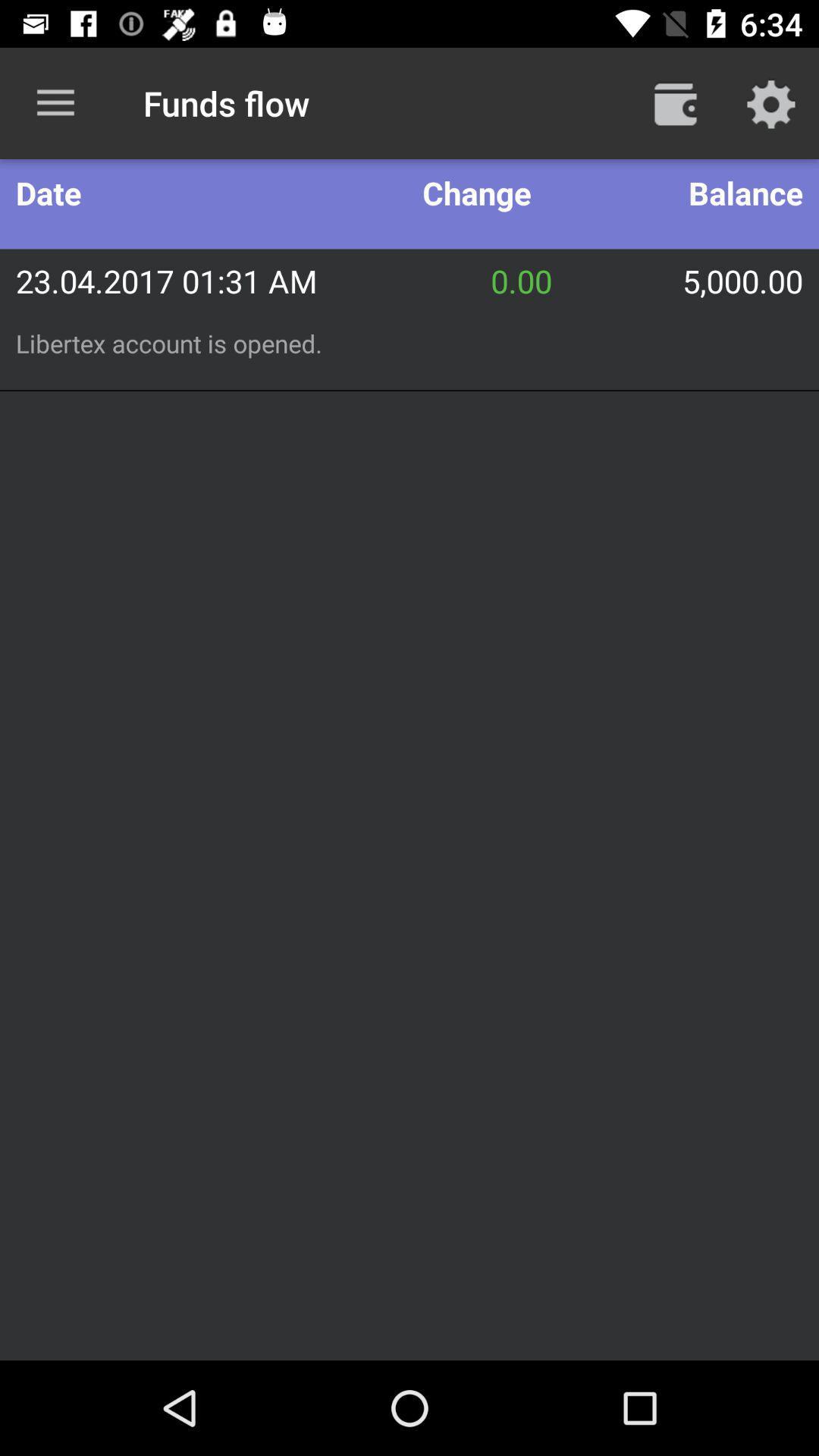 Image resolution: width=819 pixels, height=1456 pixels. I want to click on the item to the right of the funds flow icon, so click(675, 102).